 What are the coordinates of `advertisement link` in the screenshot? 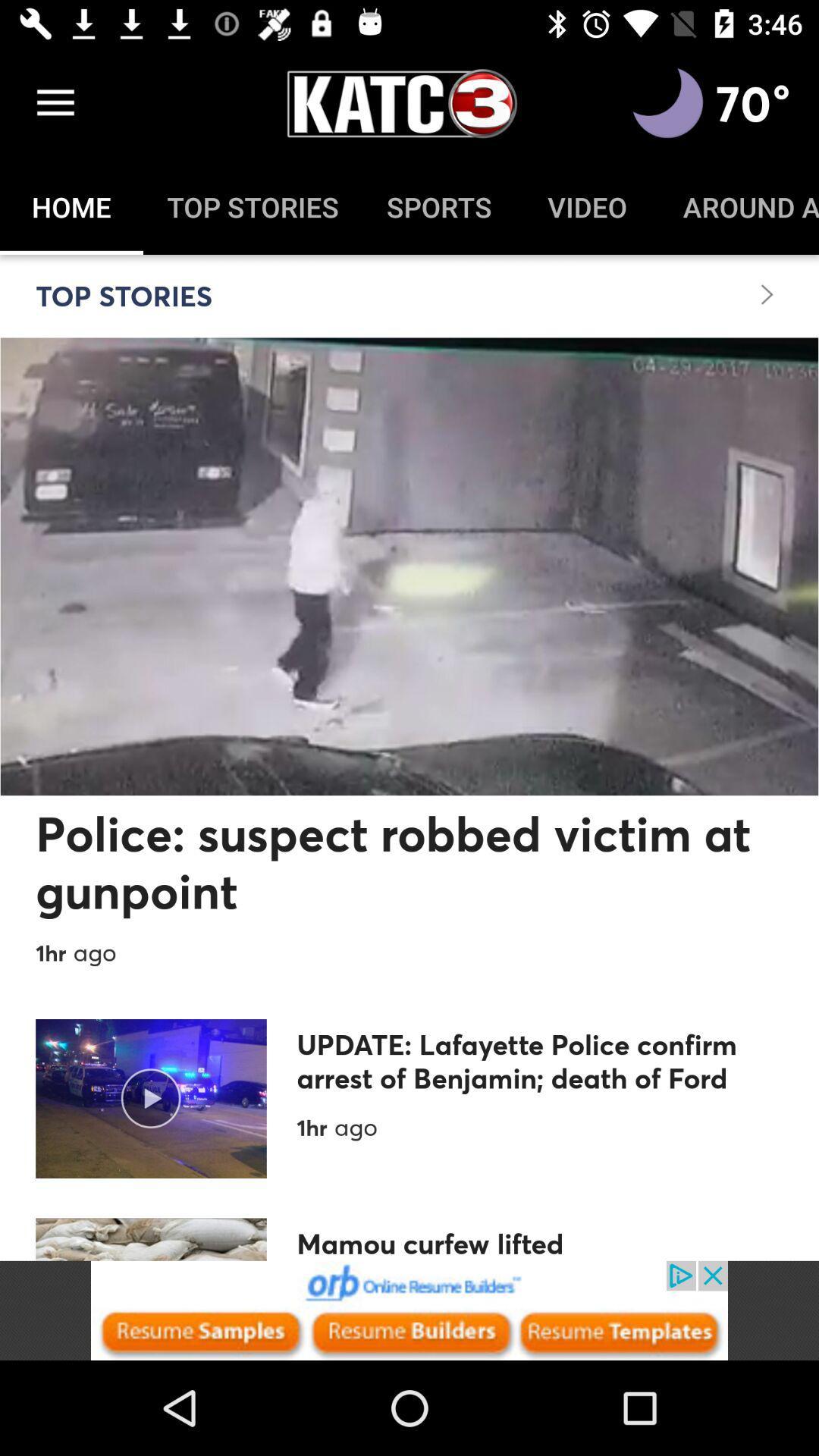 It's located at (409, 1310).